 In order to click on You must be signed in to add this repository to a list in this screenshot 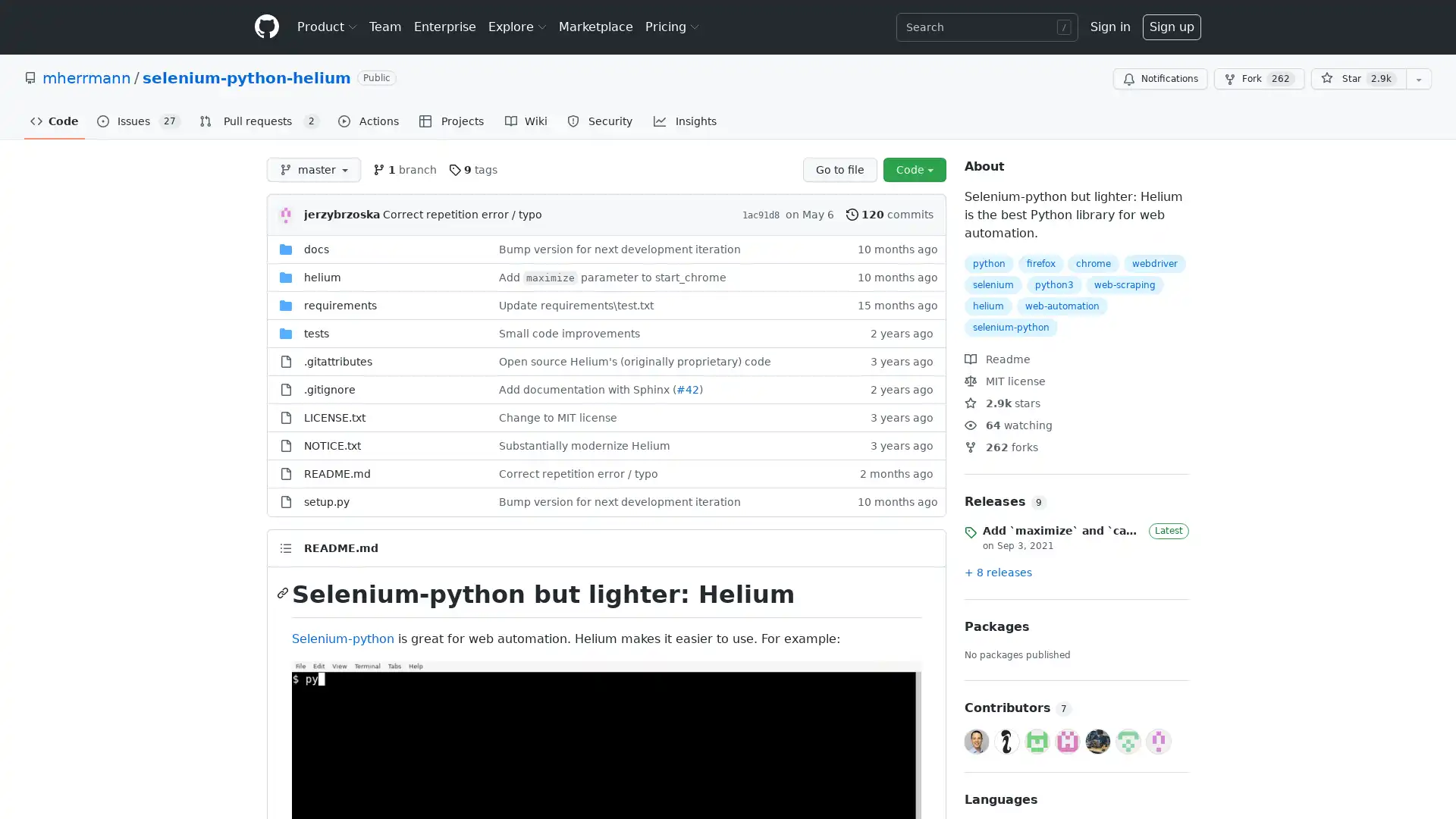, I will do `click(1418, 79)`.